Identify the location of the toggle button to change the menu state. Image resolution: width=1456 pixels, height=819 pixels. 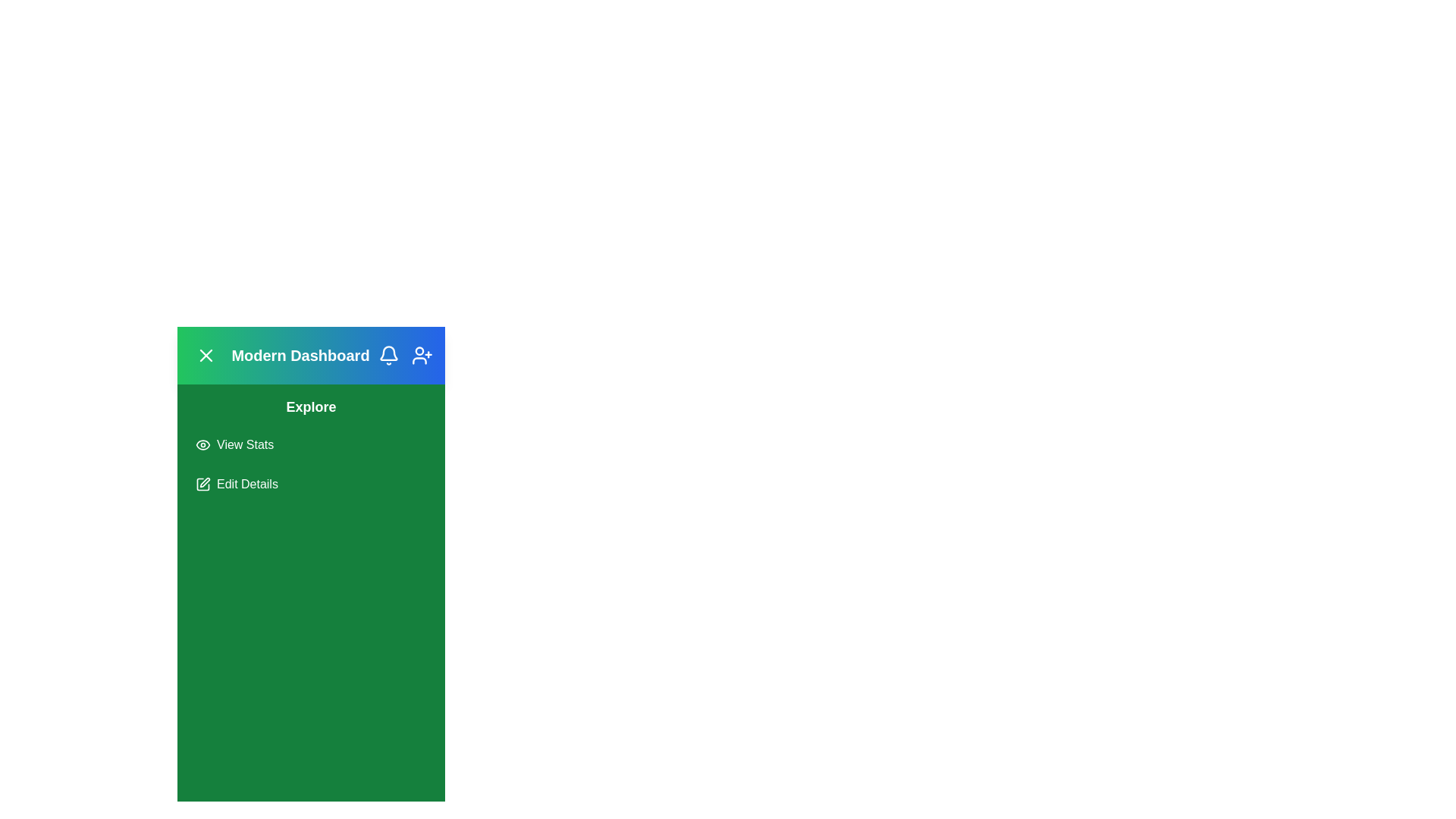
(206, 356).